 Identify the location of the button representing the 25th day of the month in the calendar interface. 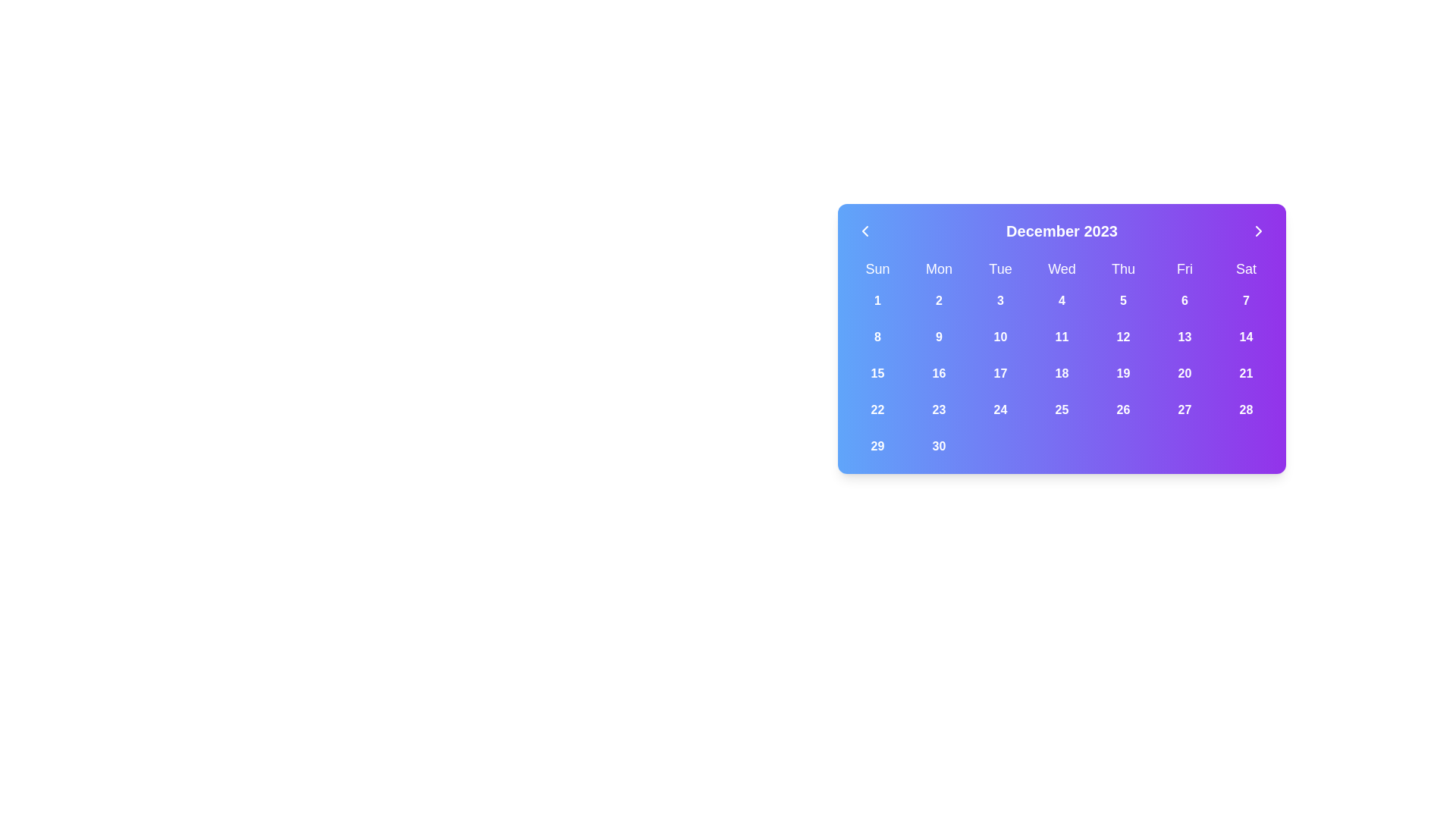
(1061, 409).